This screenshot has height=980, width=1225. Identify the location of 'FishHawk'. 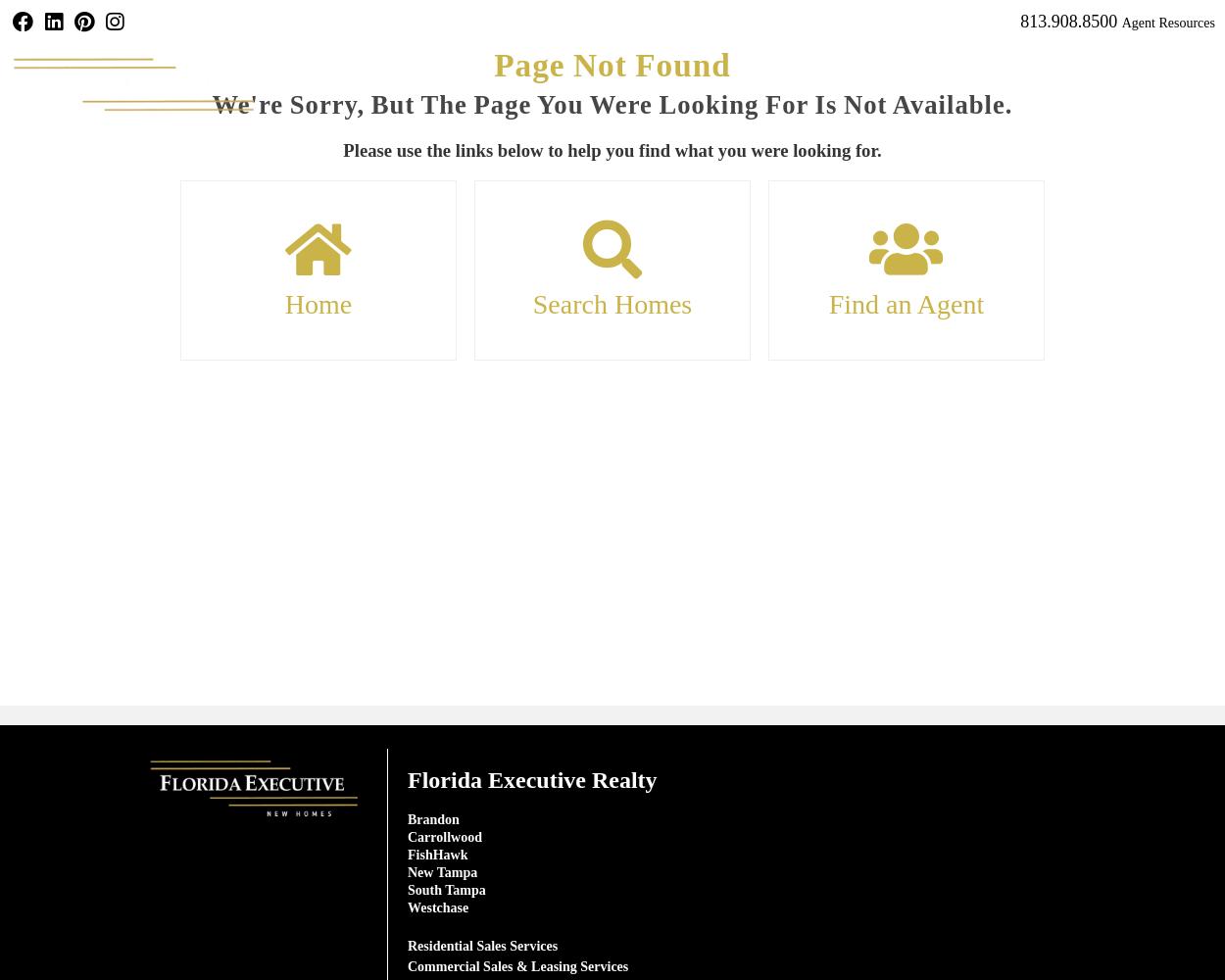
(436, 853).